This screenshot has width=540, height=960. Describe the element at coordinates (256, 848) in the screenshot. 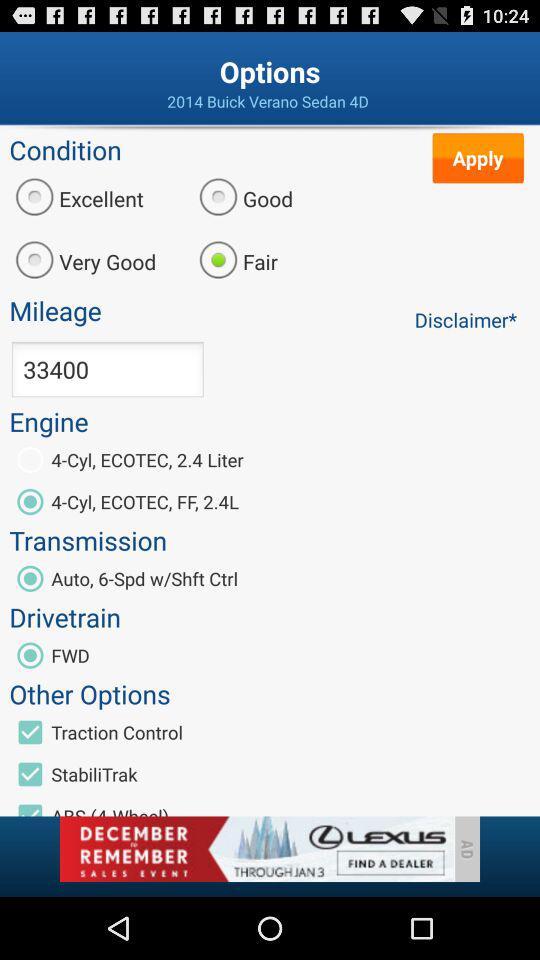

I see `banner advertisement` at that location.